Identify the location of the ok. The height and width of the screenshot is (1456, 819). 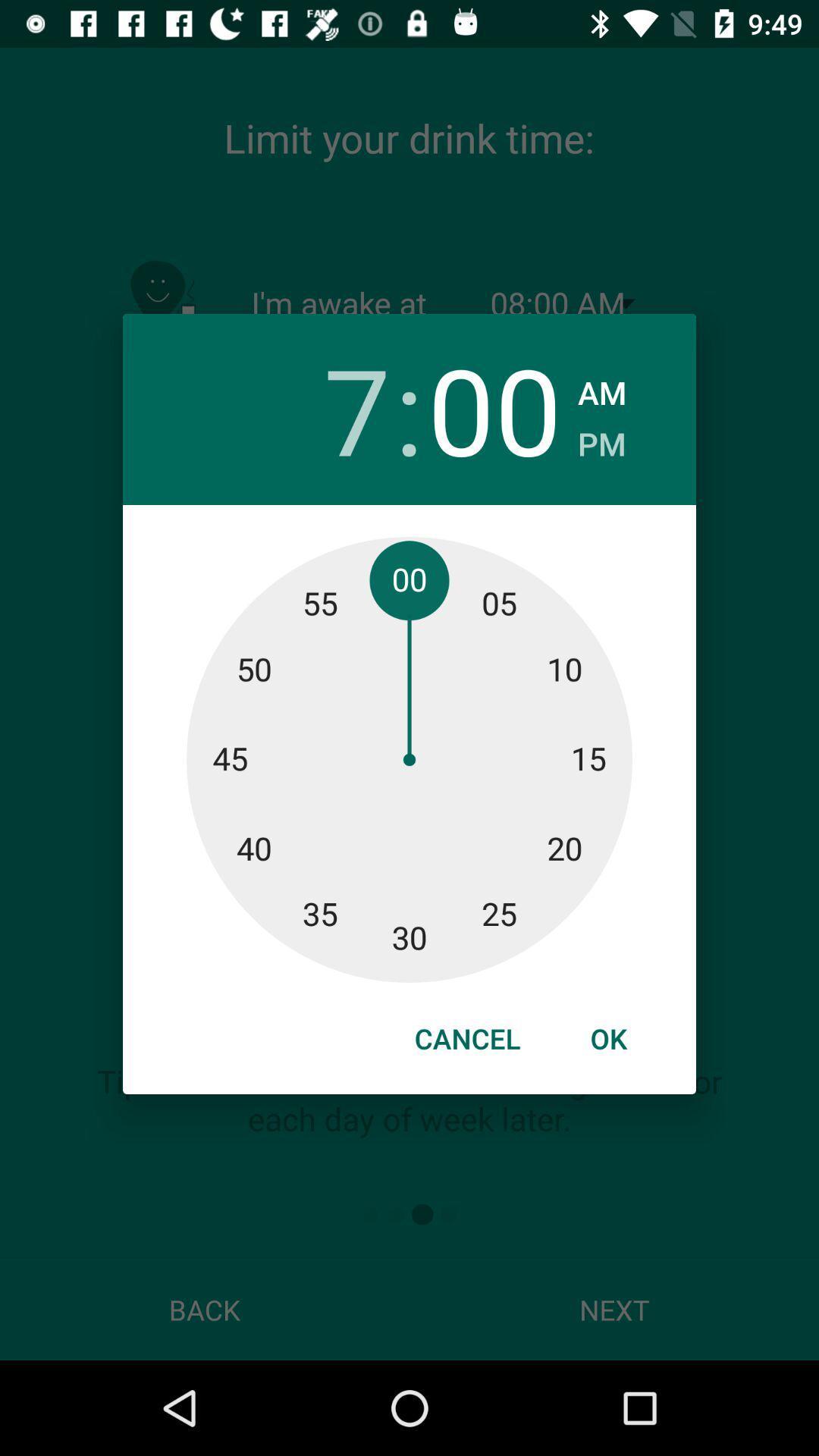
(607, 1037).